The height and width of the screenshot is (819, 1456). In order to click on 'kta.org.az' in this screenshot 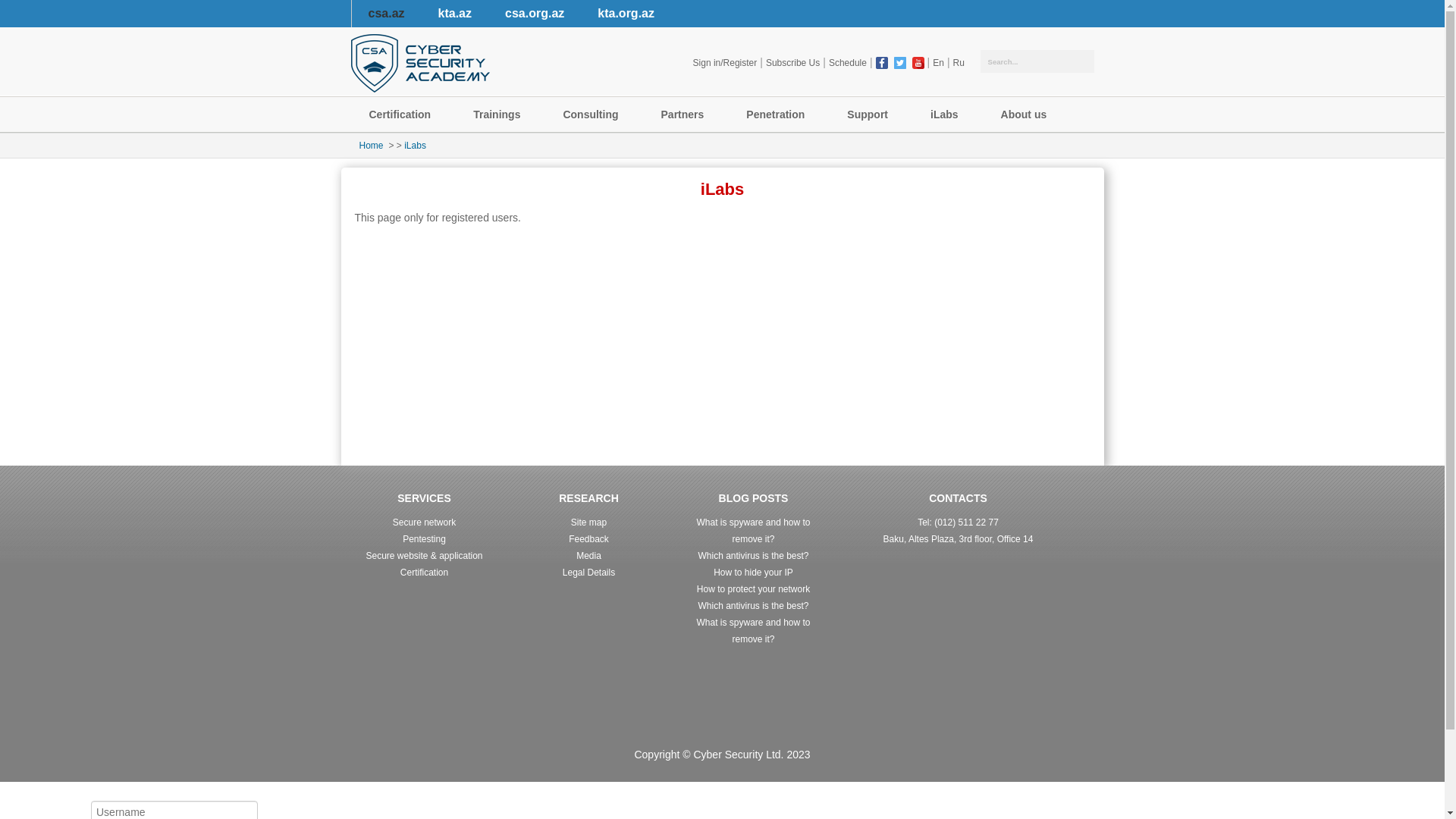, I will do `click(626, 14)`.